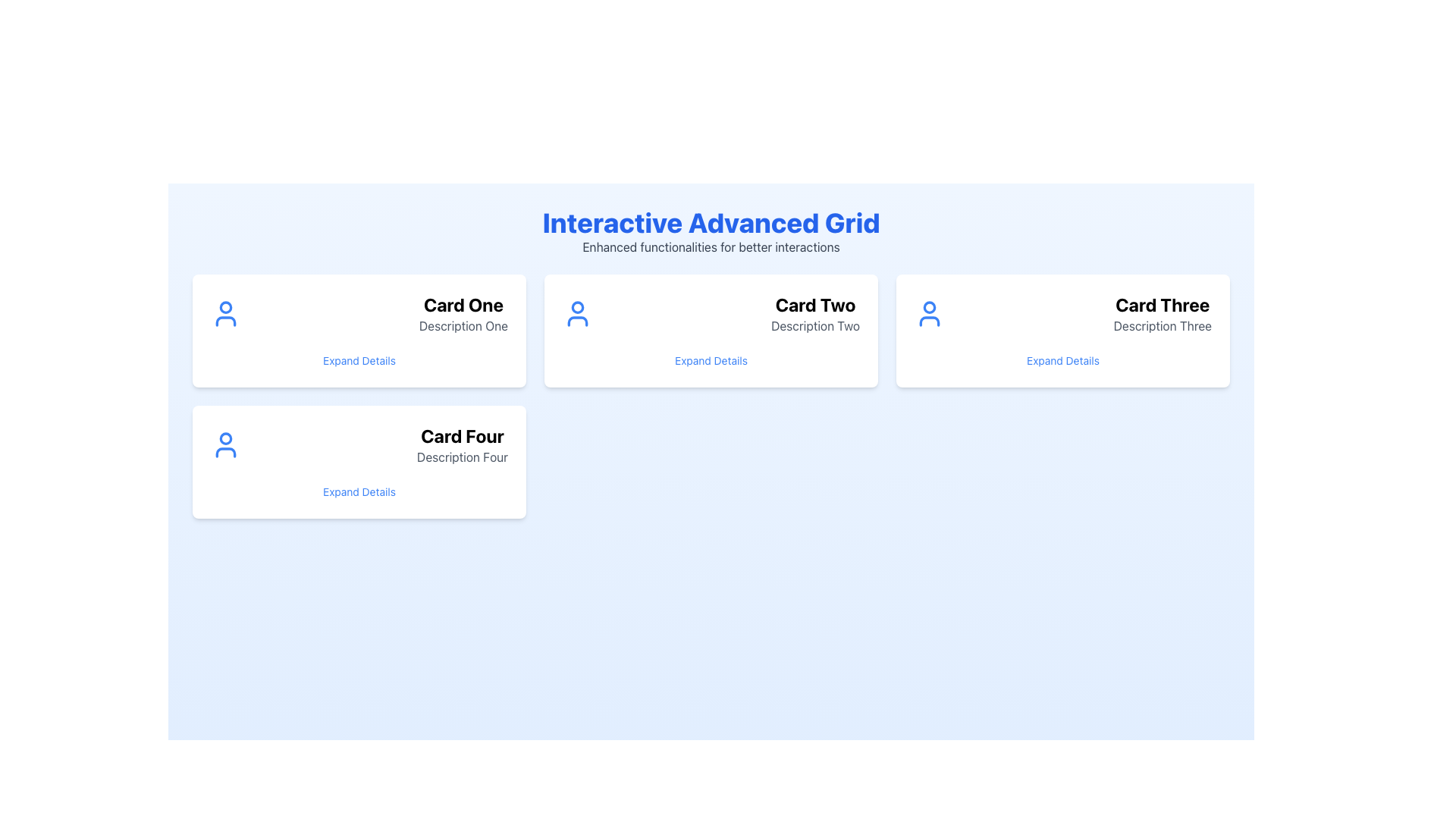  Describe the element at coordinates (1062, 360) in the screenshot. I see `the interactive link located at the bottom of 'Card Three,' under 'Description Three,'` at that location.